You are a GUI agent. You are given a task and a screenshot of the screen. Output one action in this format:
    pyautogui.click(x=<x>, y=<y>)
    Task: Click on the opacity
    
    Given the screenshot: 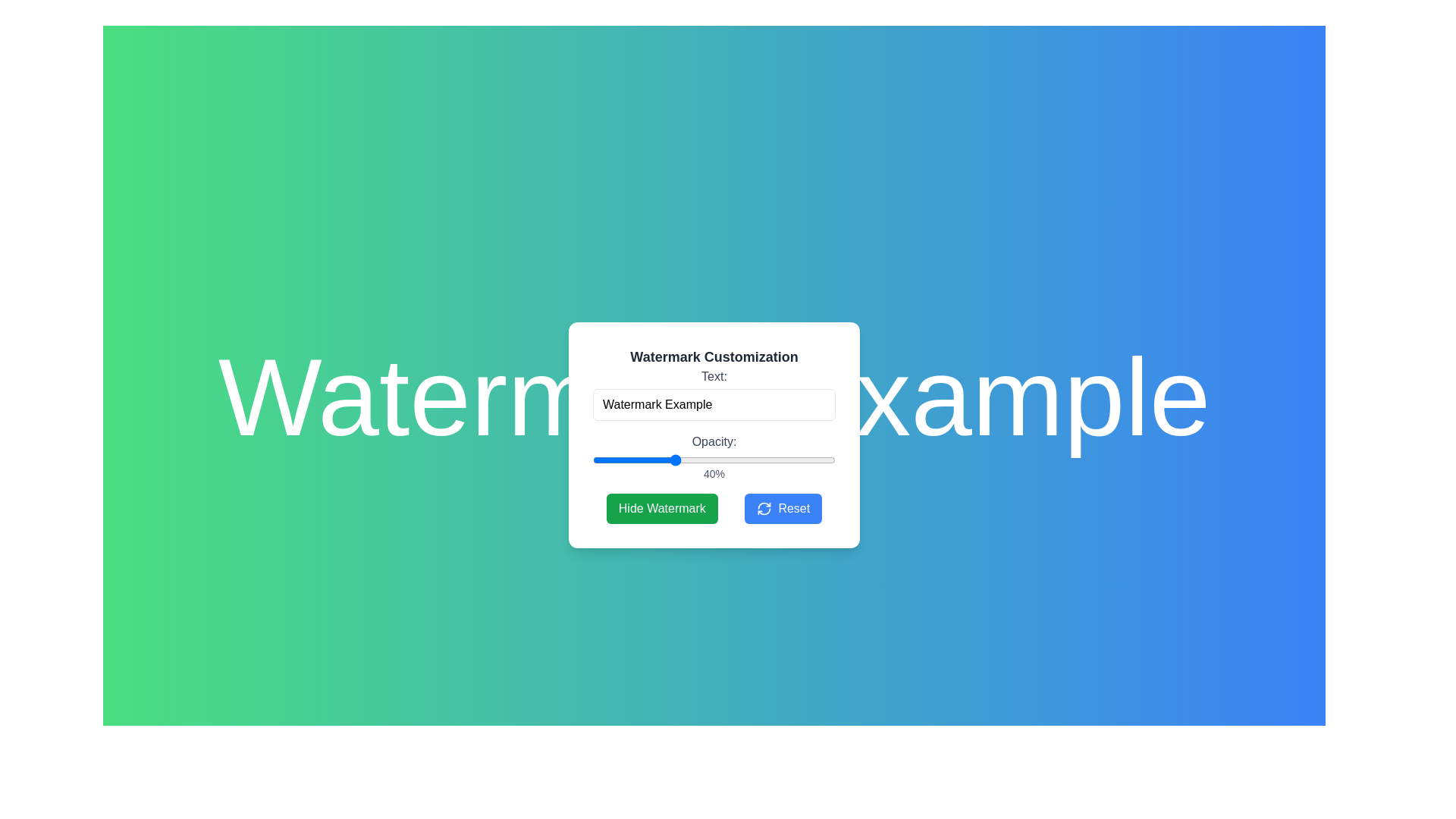 What is the action you would take?
    pyautogui.click(x=678, y=459)
    